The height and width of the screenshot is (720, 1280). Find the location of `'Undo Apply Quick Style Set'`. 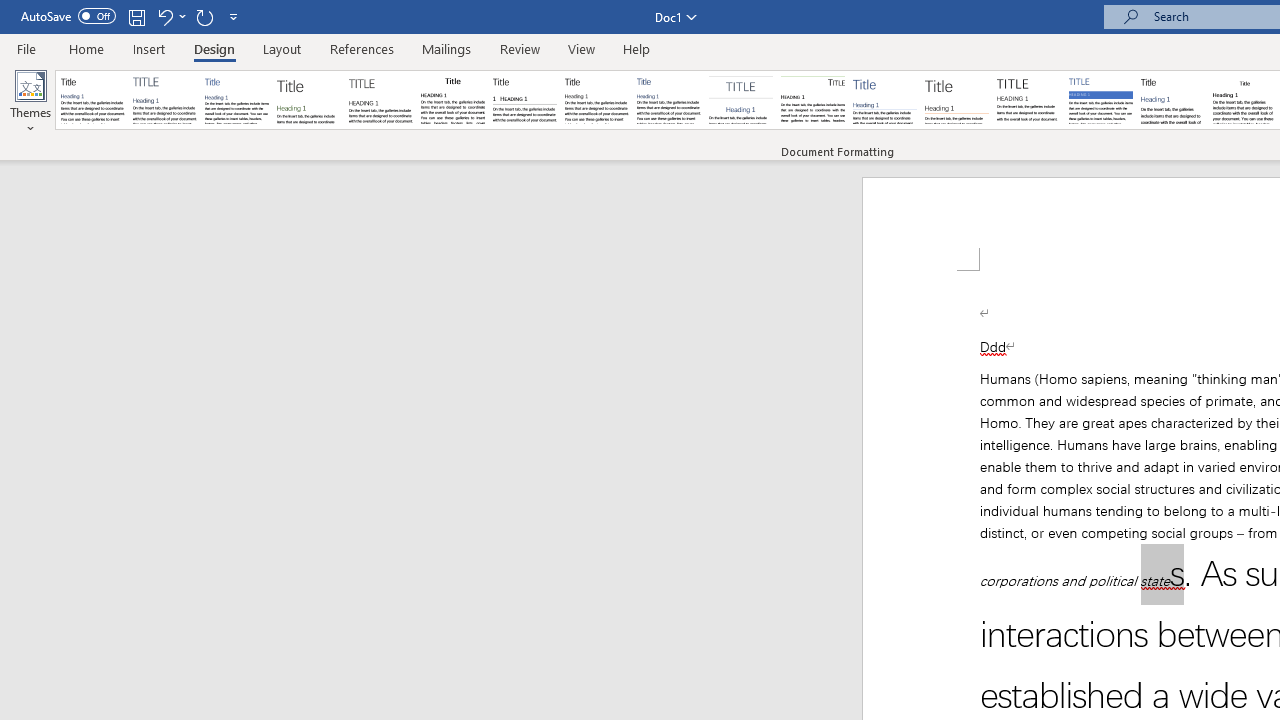

'Undo Apply Quick Style Set' is located at coordinates (170, 16).